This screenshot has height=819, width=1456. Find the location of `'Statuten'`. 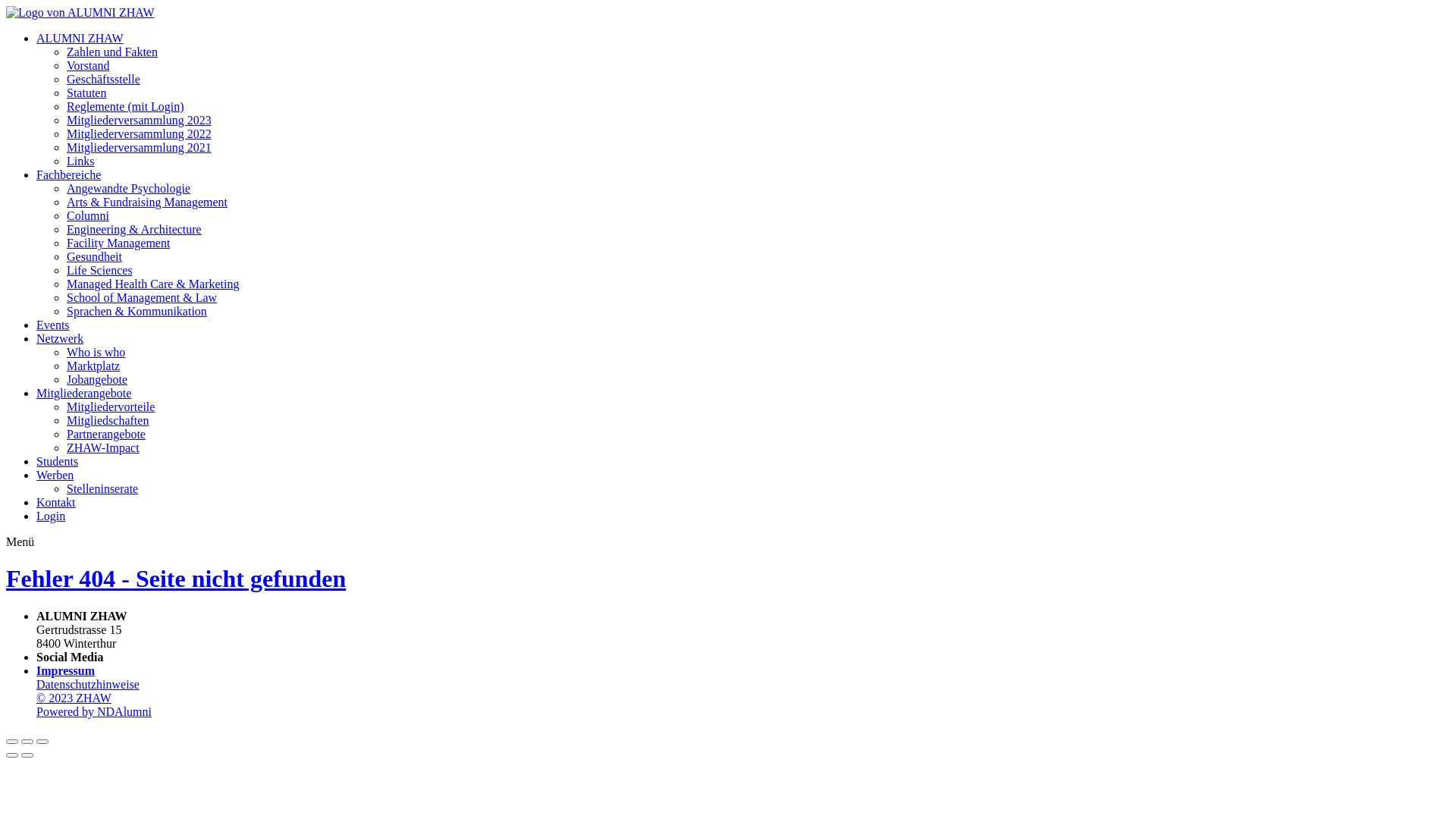

'Statuten' is located at coordinates (86, 93).